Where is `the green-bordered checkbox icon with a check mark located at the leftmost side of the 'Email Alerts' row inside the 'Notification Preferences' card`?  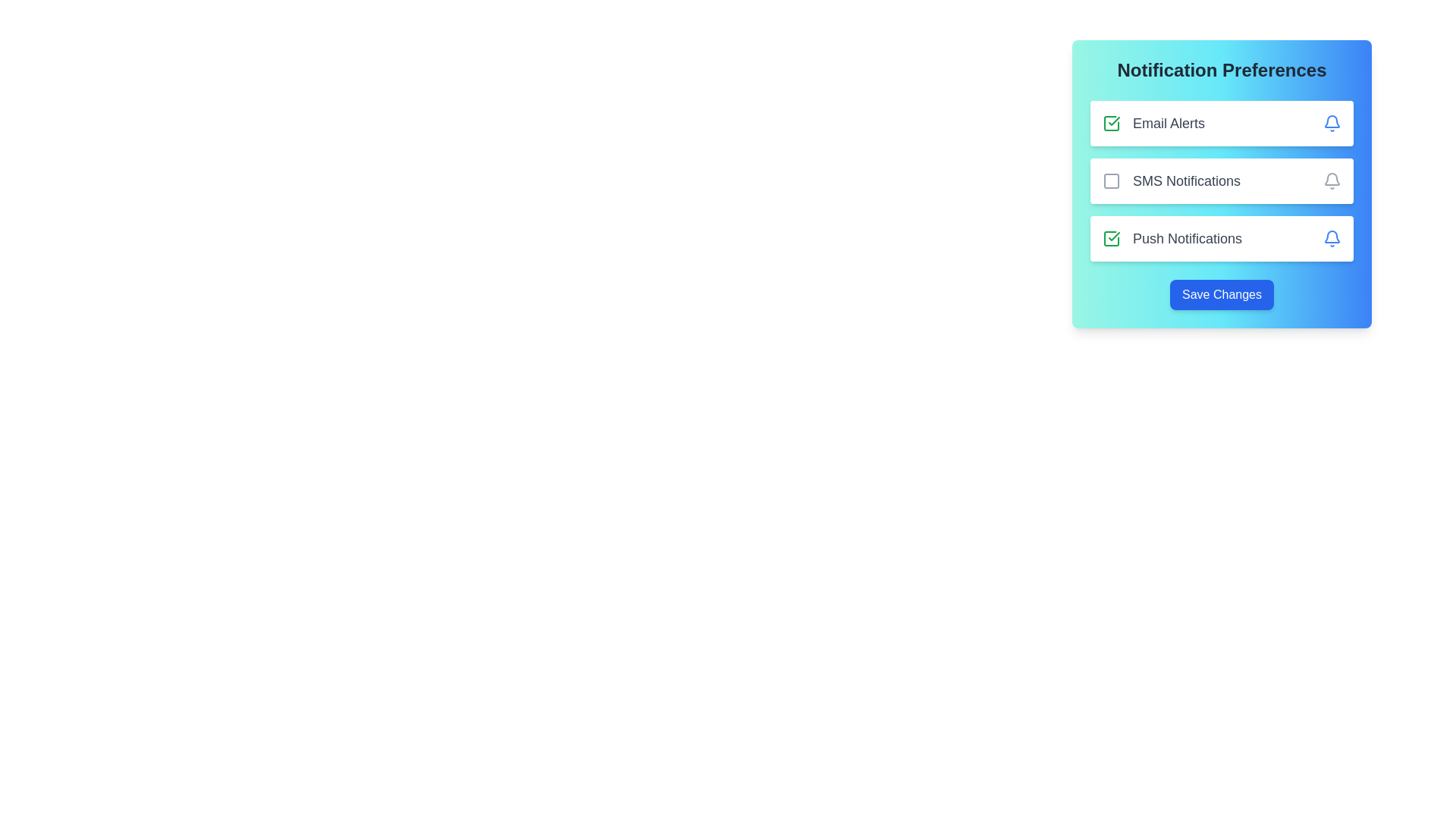 the green-bordered checkbox icon with a check mark located at the leftmost side of the 'Email Alerts' row inside the 'Notification Preferences' card is located at coordinates (1111, 122).